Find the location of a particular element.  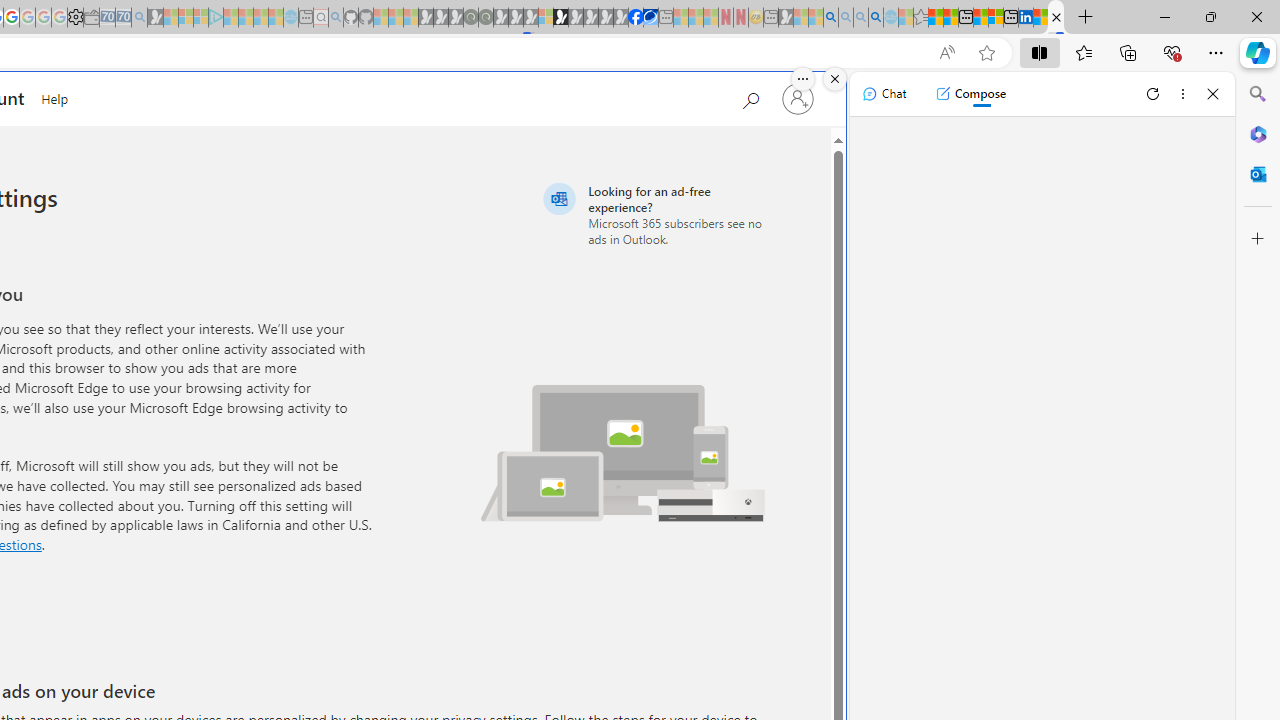

'Sign in to your account - Sleeping' is located at coordinates (545, 17).